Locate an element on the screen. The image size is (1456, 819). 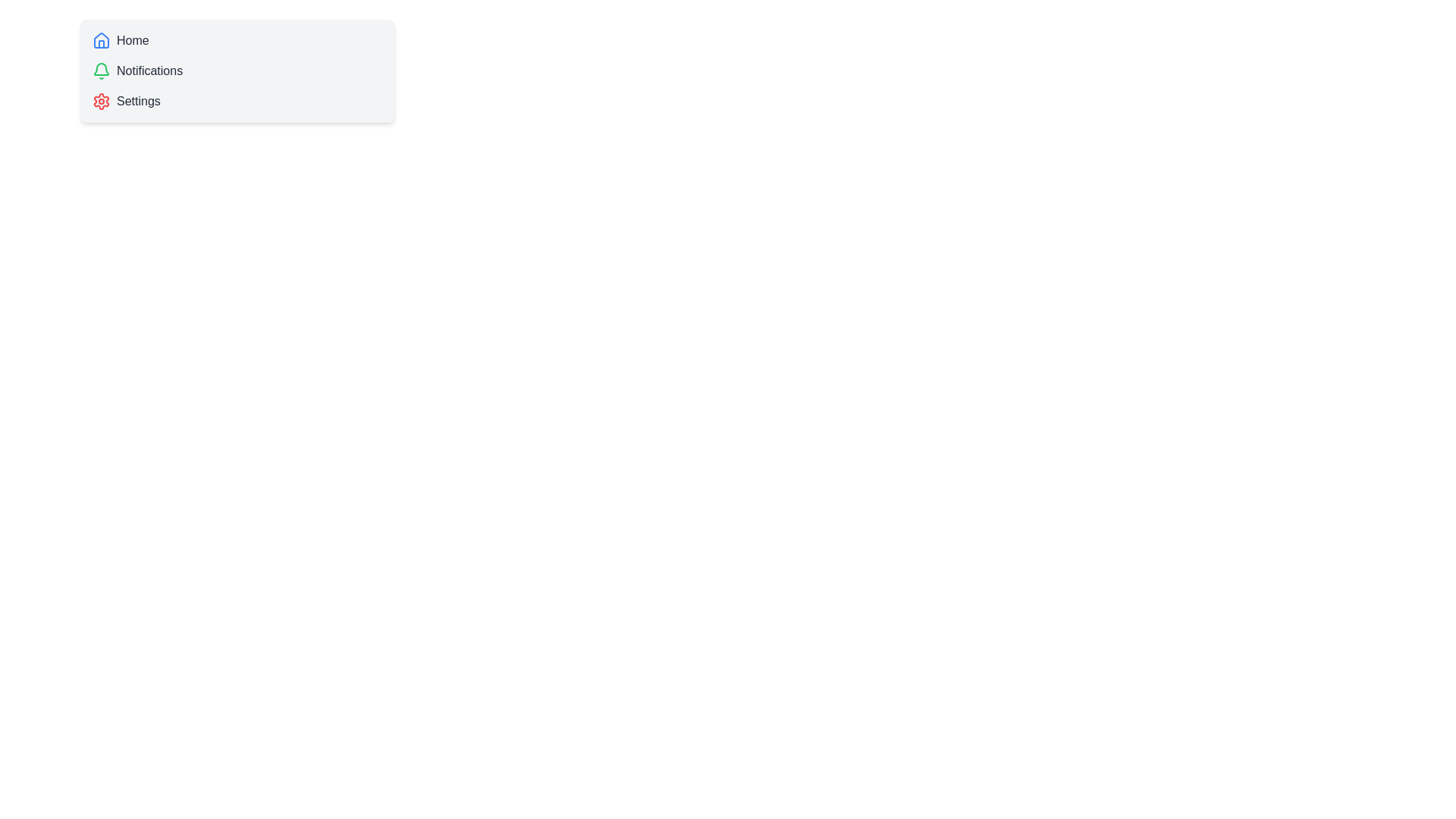
the home icon located at the top-left corner of the navigation menu is located at coordinates (101, 39).